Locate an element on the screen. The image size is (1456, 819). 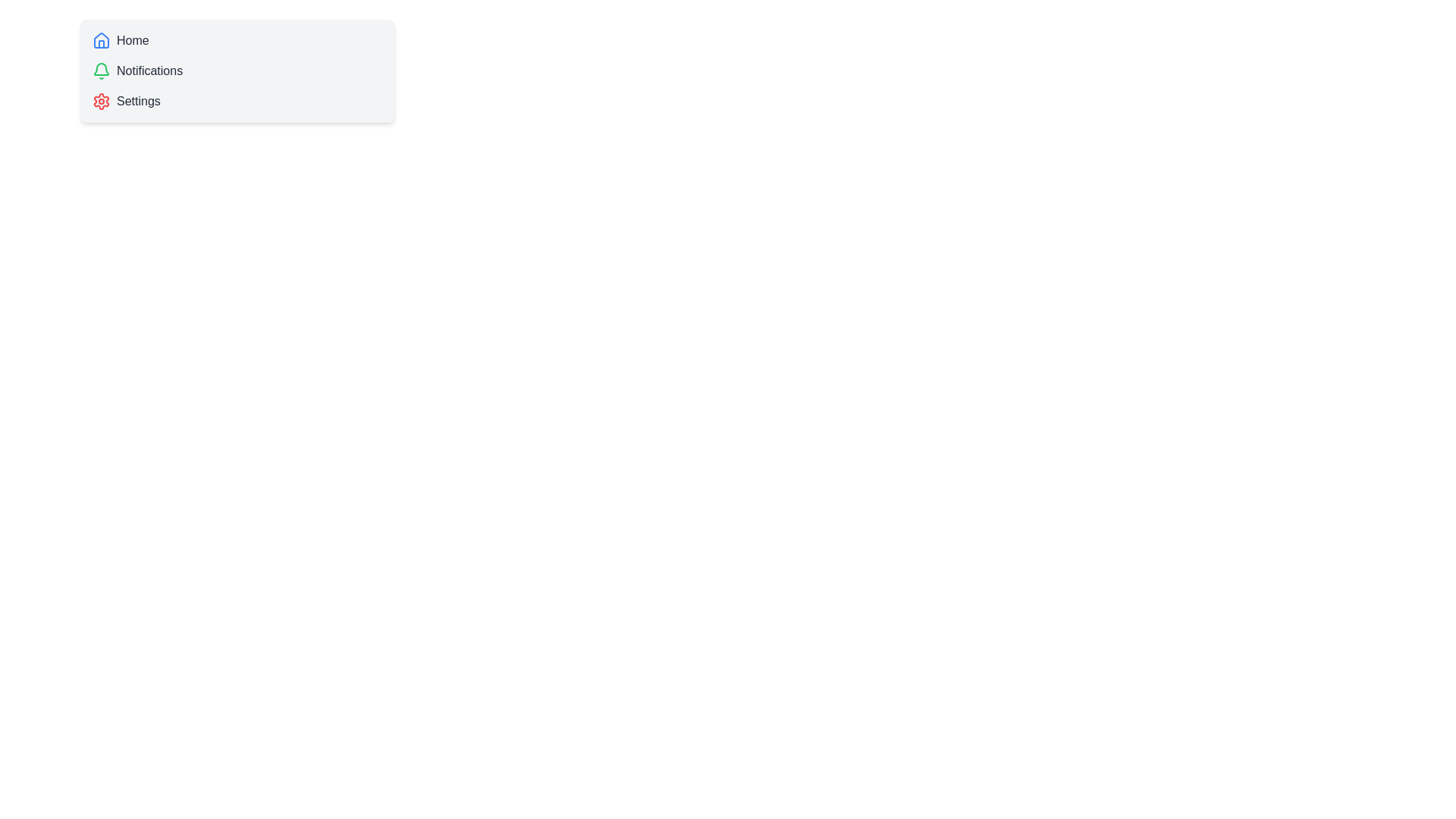
the home icon located at the top-left corner of the navigation menu is located at coordinates (101, 39).